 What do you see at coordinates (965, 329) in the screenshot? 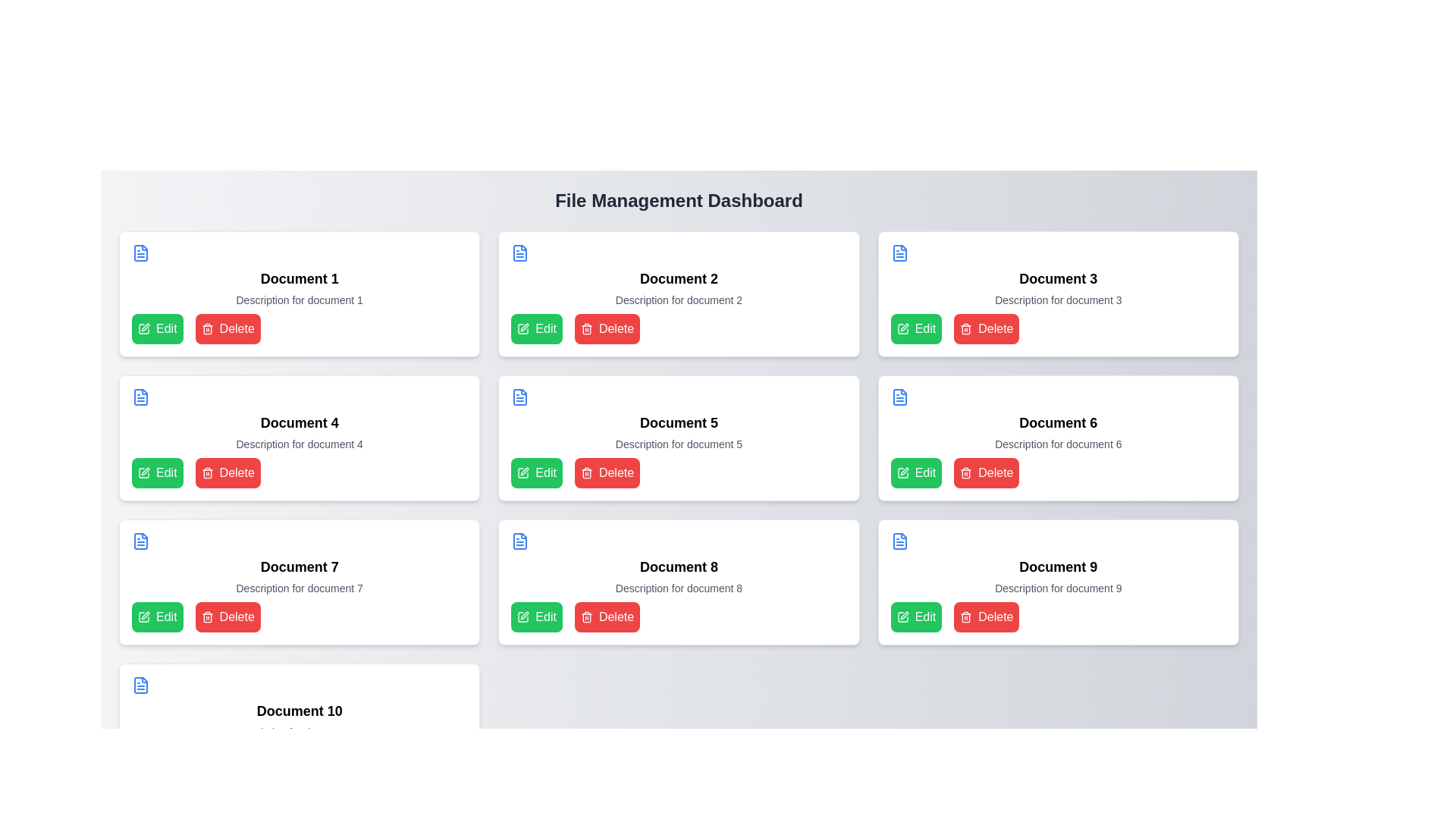
I see `the trash bin icon of the 'Delete' button associated with 'Document 6', which is located in the second row and third column of the layout` at bounding box center [965, 329].